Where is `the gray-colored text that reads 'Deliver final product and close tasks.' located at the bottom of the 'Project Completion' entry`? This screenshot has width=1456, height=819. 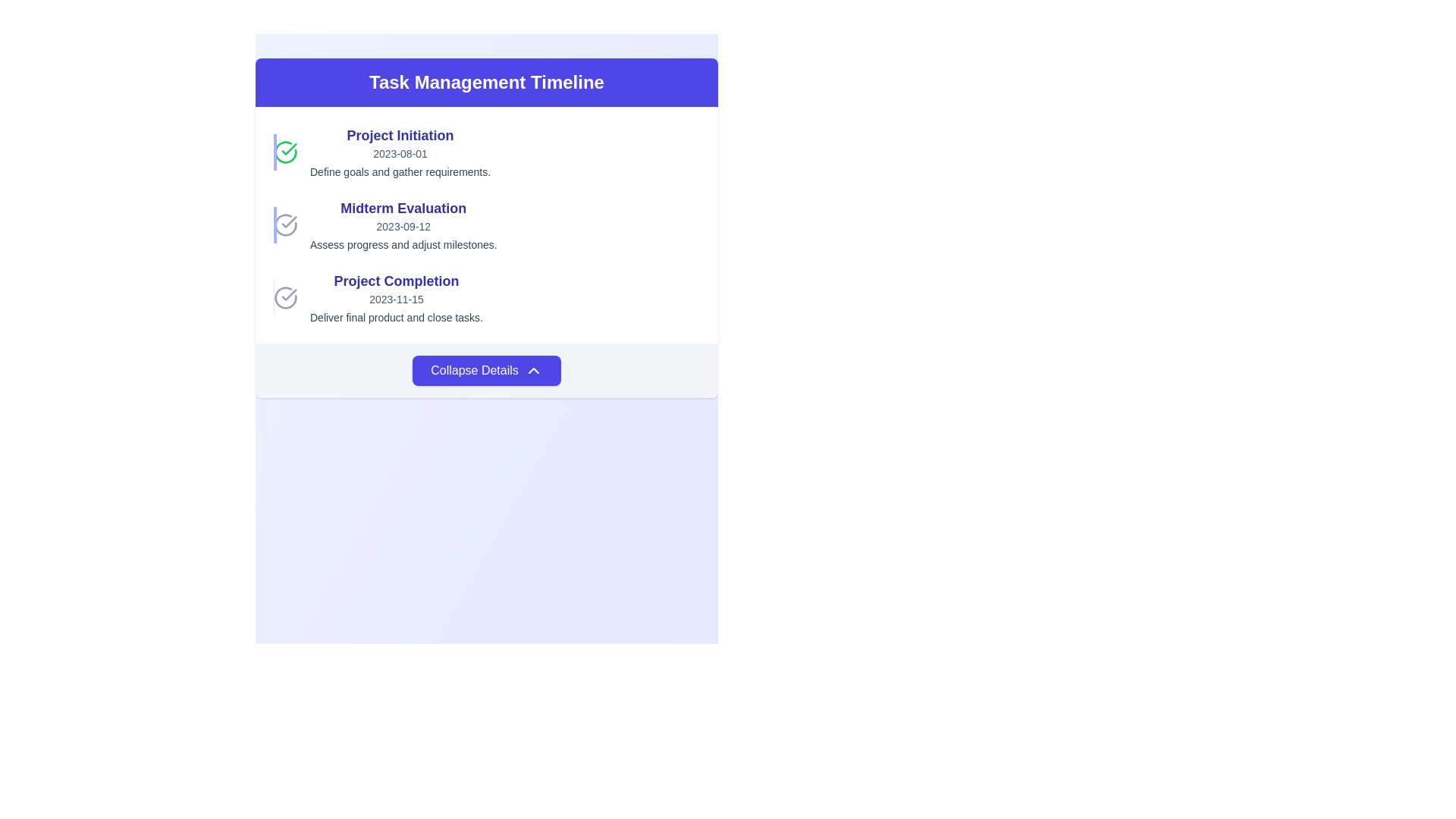 the gray-colored text that reads 'Deliver final product and close tasks.' located at the bottom of the 'Project Completion' entry is located at coordinates (397, 317).